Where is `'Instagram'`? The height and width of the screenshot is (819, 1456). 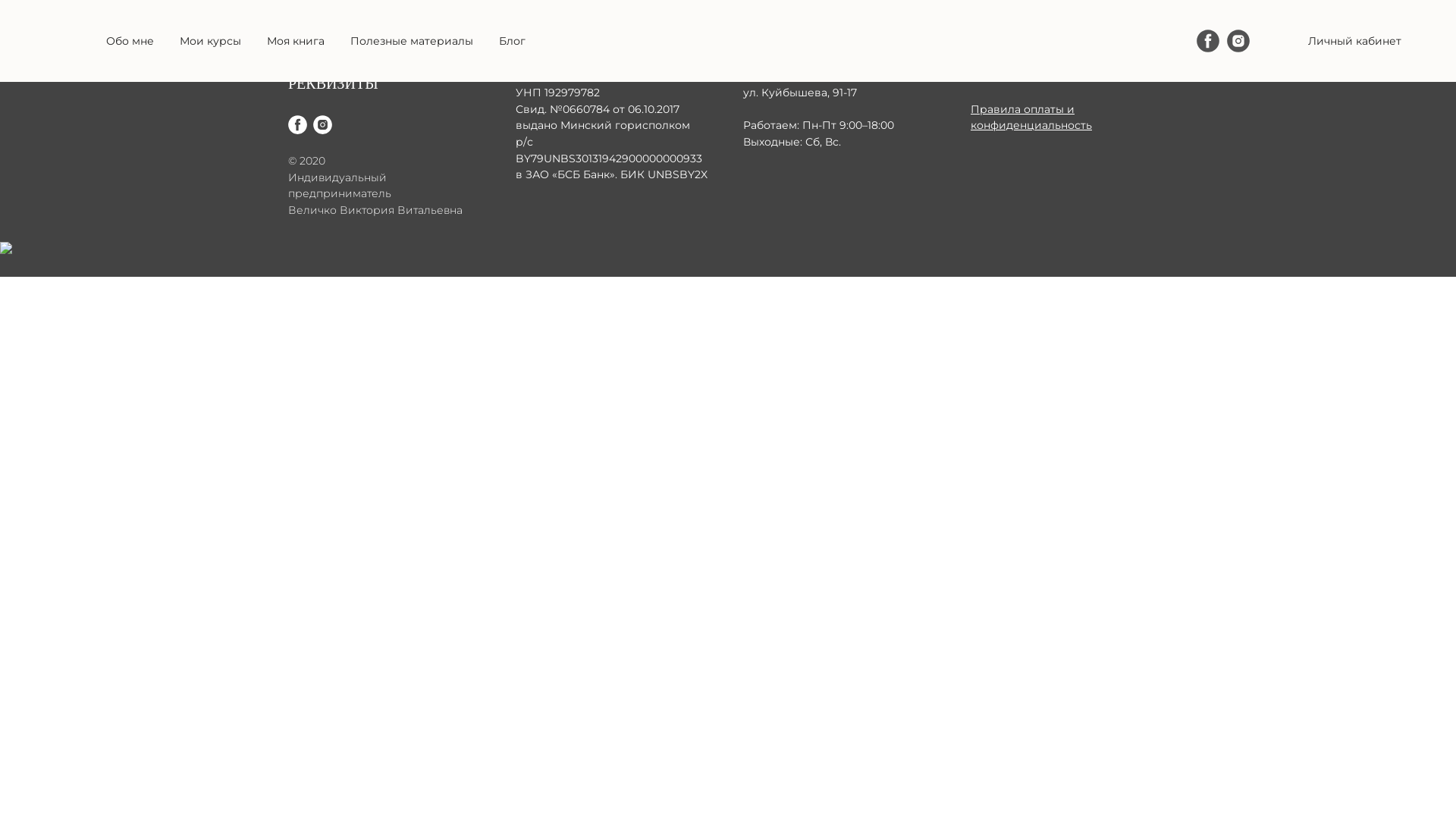 'Instagram' is located at coordinates (322, 129).